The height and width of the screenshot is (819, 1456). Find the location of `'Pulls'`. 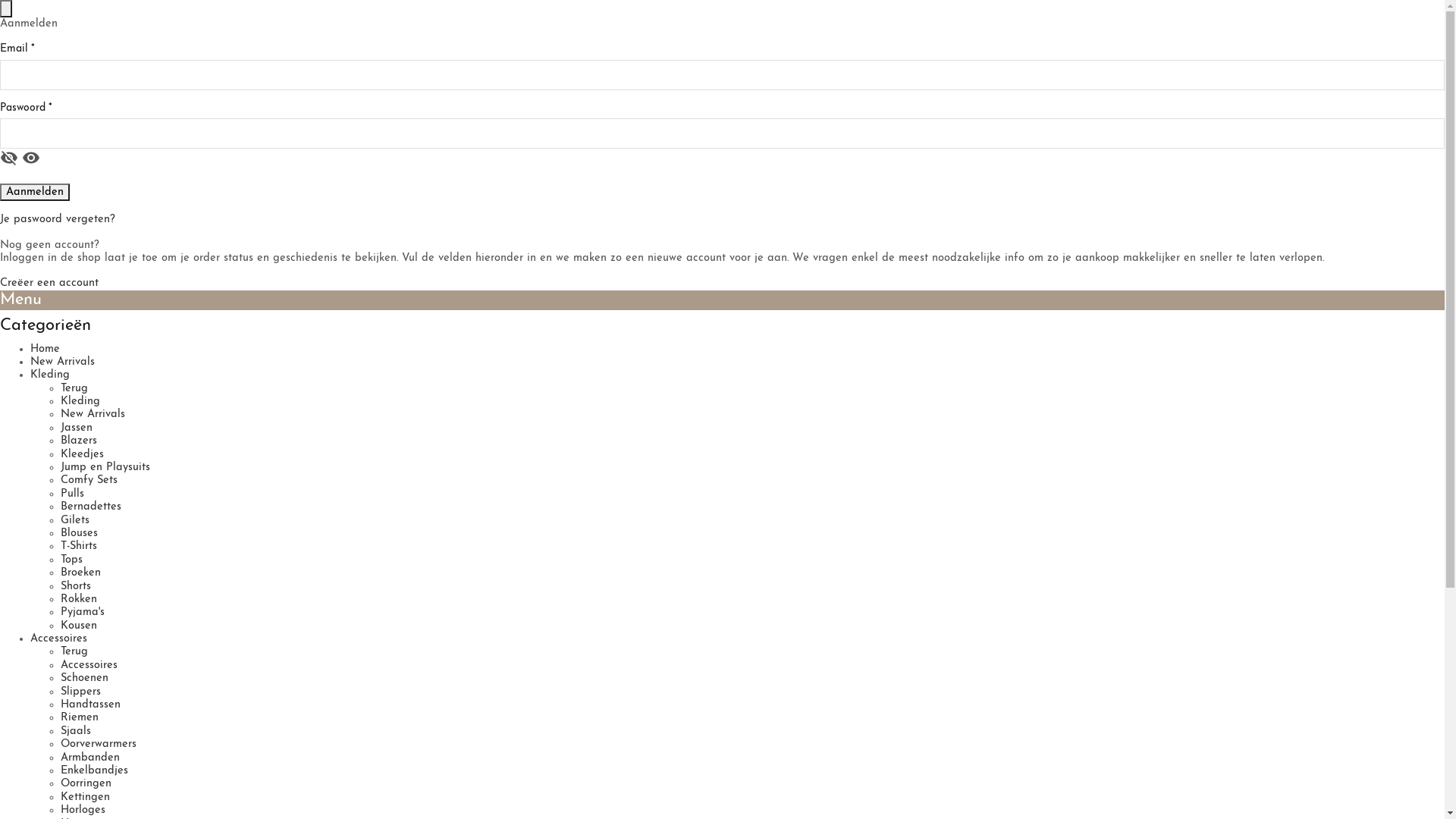

'Pulls' is located at coordinates (71, 494).